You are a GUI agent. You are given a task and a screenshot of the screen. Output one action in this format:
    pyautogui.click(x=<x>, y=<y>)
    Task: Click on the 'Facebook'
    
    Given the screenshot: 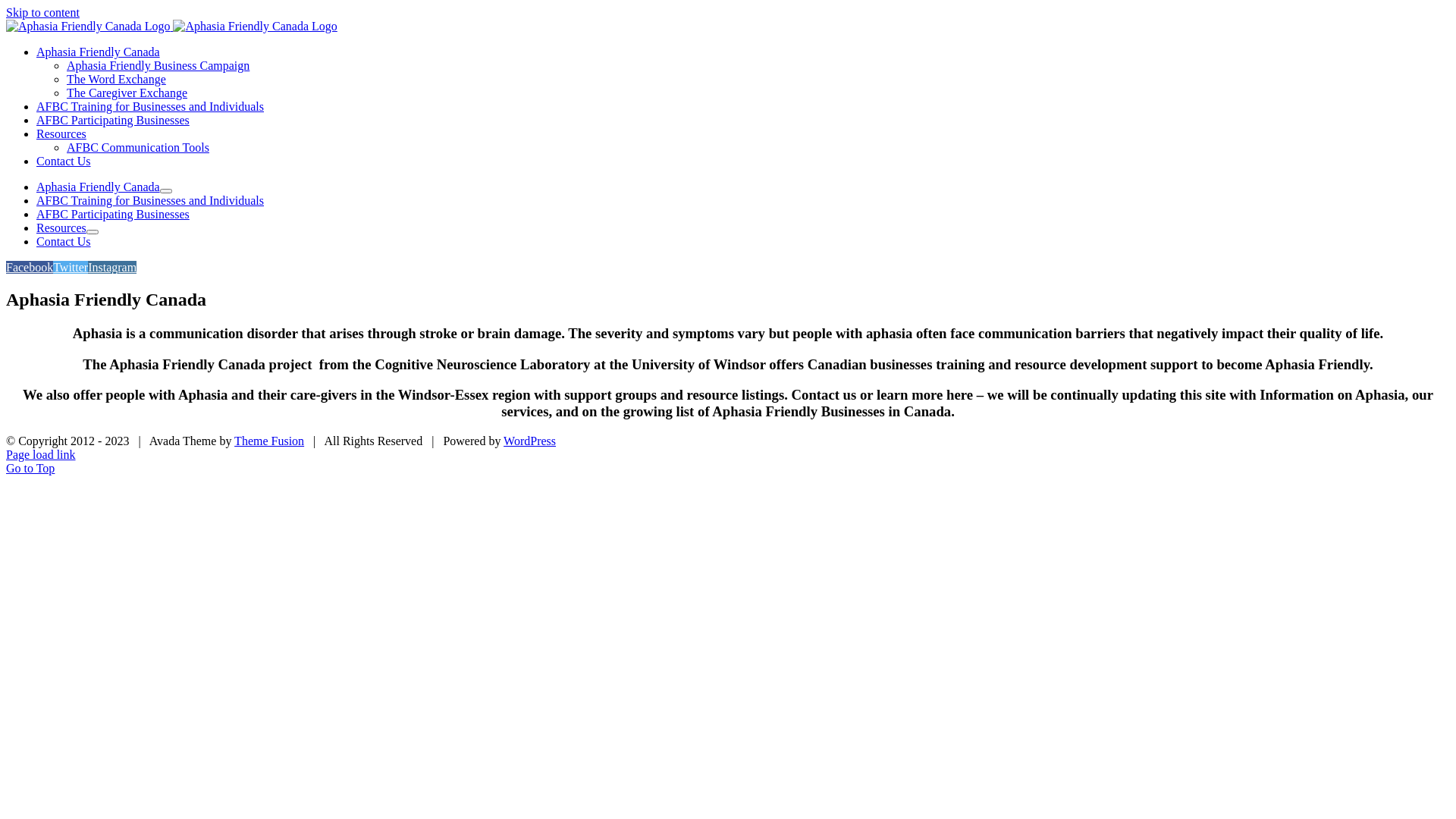 What is the action you would take?
    pyautogui.click(x=29, y=266)
    